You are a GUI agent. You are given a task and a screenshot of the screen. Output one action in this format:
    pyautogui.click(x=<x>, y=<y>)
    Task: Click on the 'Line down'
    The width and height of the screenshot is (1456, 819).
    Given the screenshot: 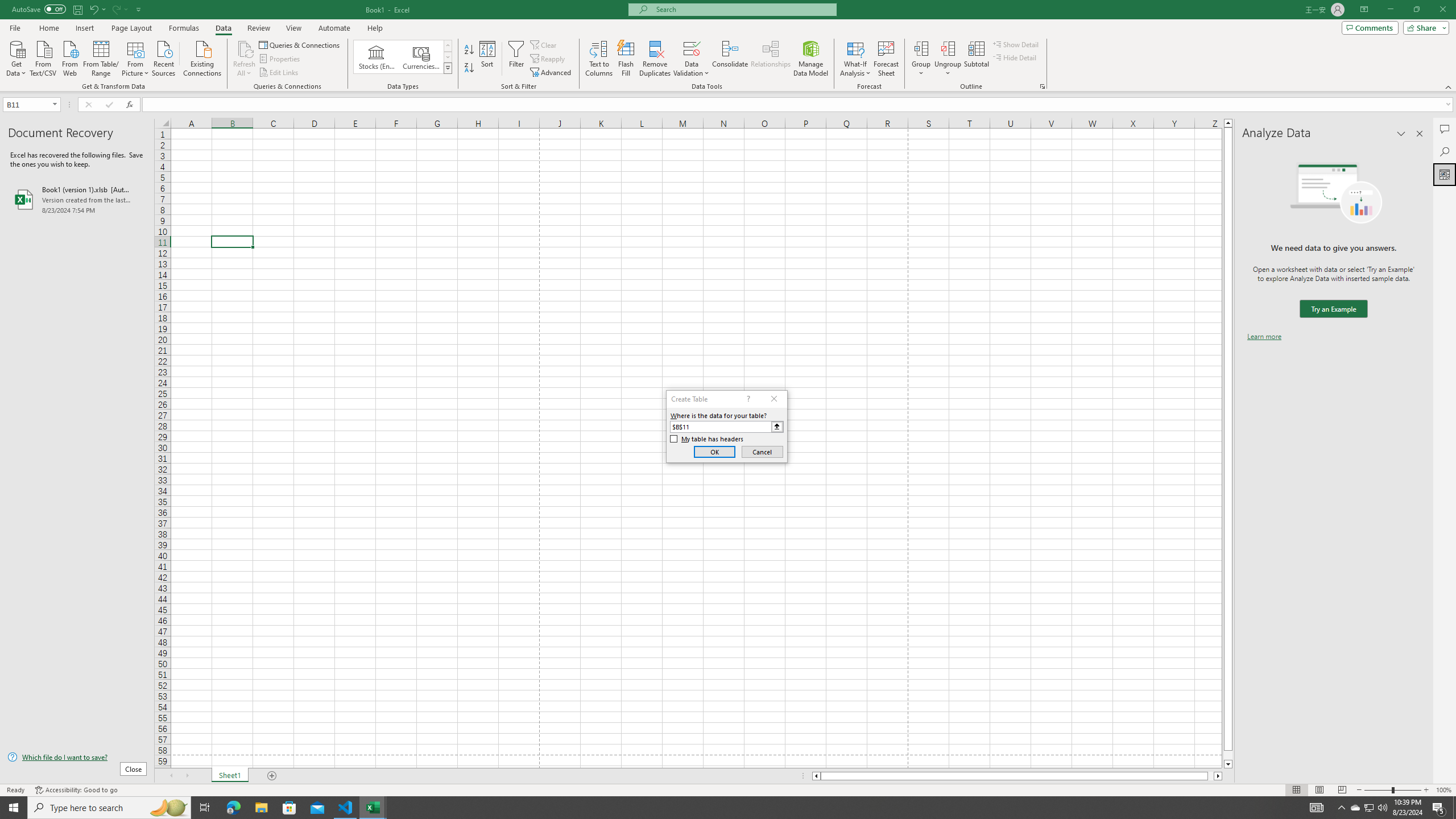 What is the action you would take?
    pyautogui.click(x=1228, y=764)
    